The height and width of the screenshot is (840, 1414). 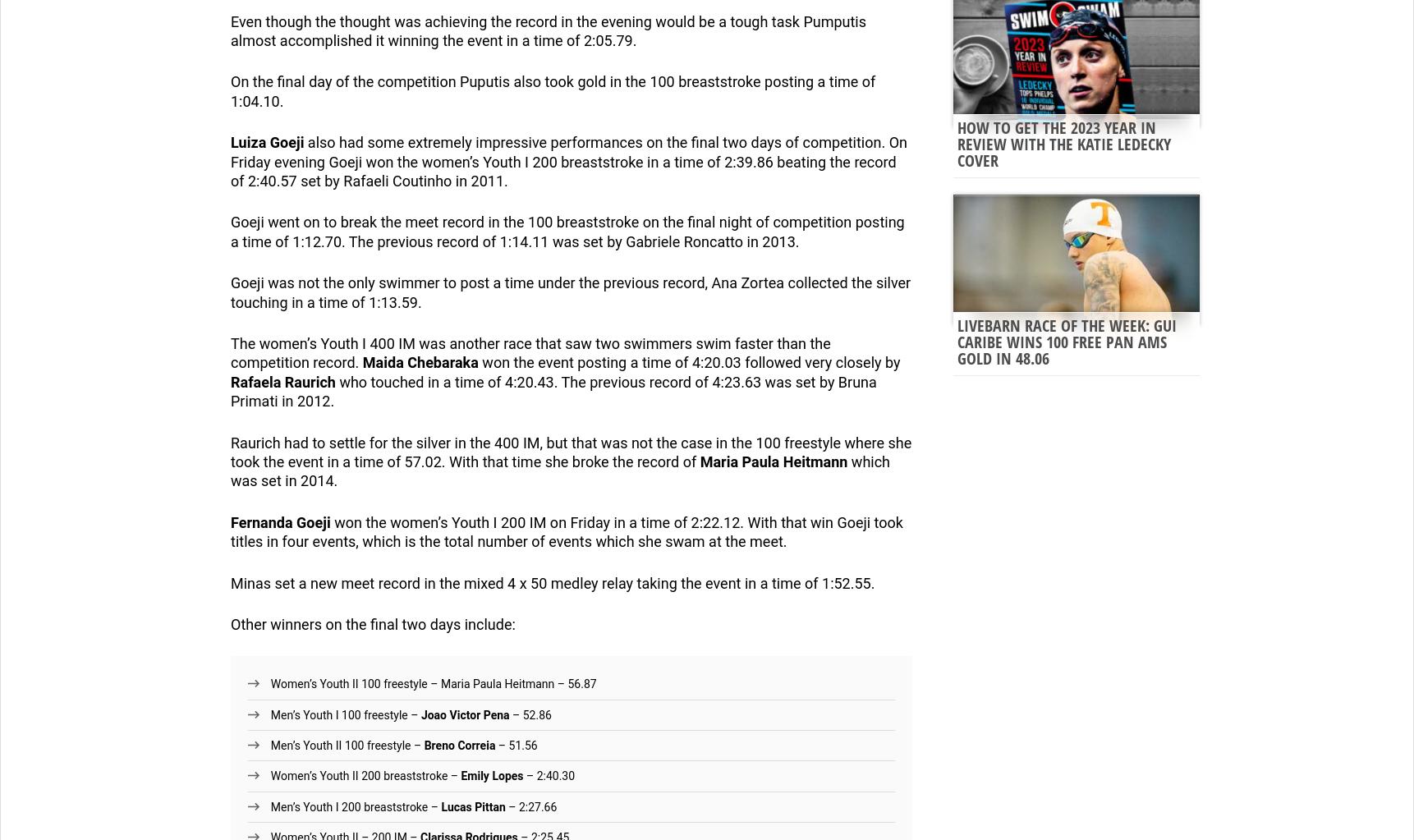 What do you see at coordinates (231, 391) in the screenshot?
I see `'who touched in a time of 4:20.43. The previous record of 4:23.63 was set by Bruna Primati in 2012.'` at bounding box center [231, 391].